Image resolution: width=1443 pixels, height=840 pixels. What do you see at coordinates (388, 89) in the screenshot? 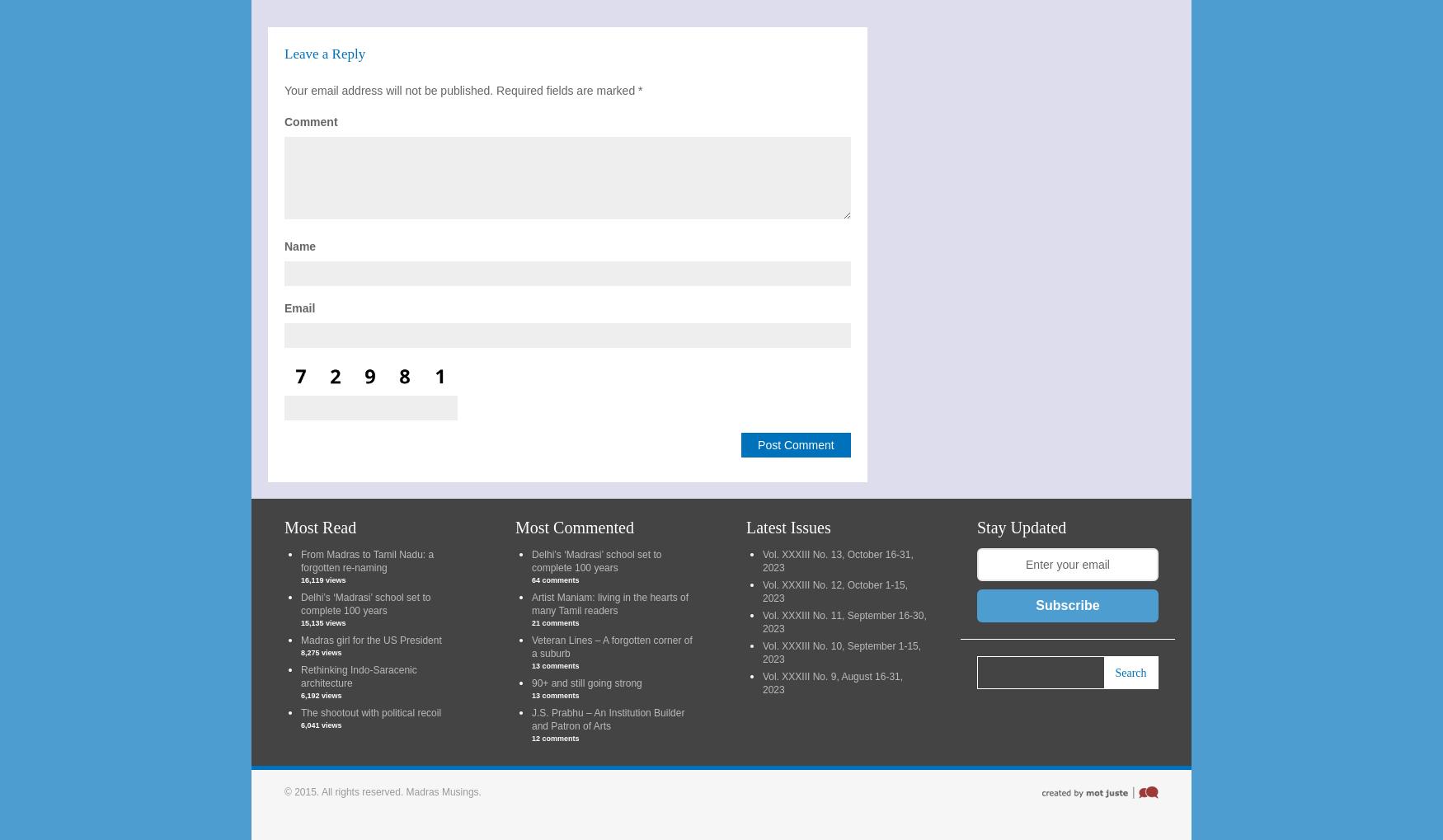
I see `'Your email address will not be published.'` at bounding box center [388, 89].